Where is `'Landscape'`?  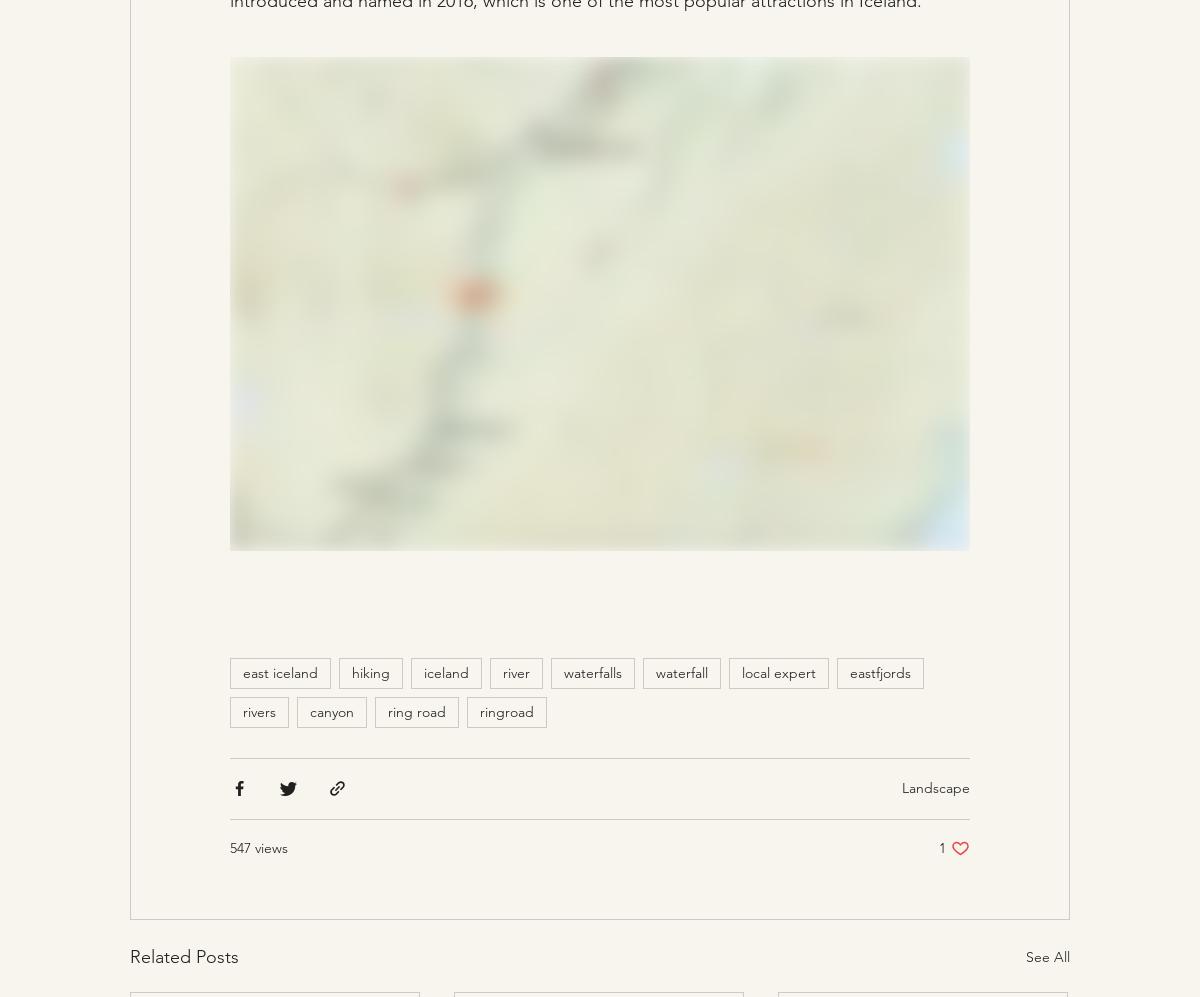
'Landscape' is located at coordinates (936, 787).